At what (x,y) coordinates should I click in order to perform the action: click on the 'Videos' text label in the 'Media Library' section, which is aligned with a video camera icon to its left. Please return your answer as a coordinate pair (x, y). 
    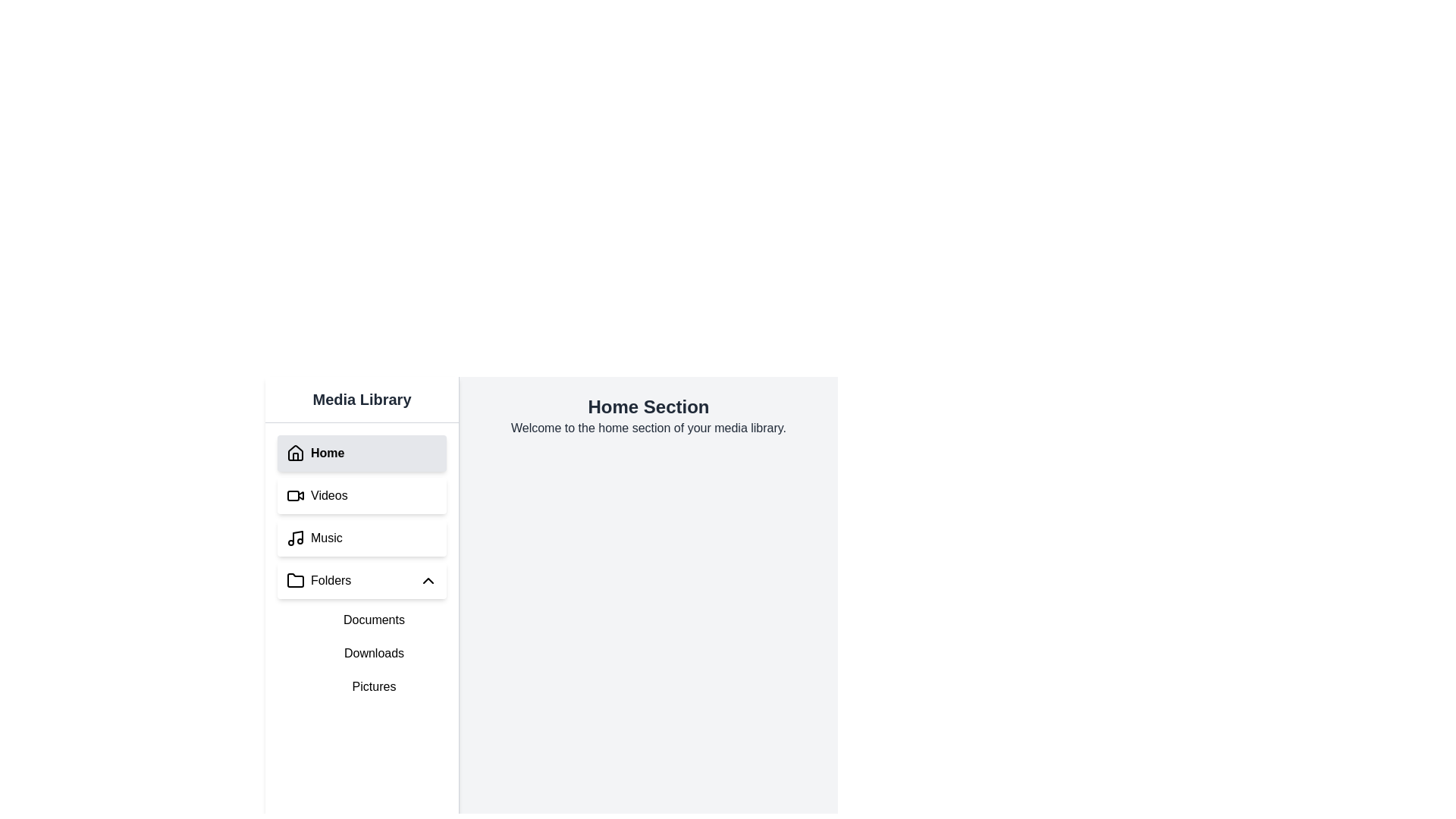
    Looking at the image, I should click on (328, 496).